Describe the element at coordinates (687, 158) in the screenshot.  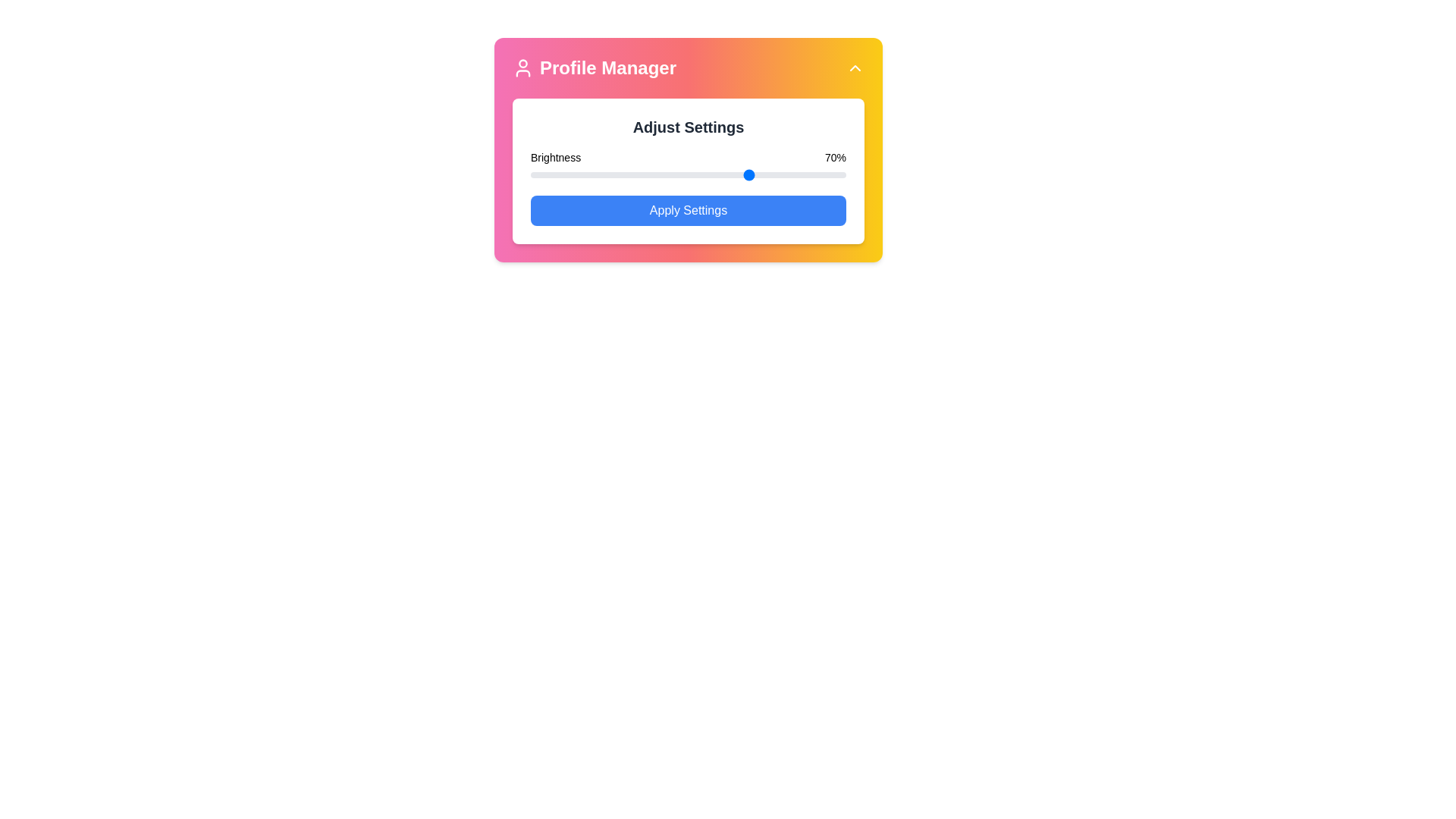
I see `information displayed on the label that shows 'Brightness 70%', which consists of the word 'Brightness' on the left and '70%' on the right, located above the slider in the 'Adjust Settings' card` at that location.